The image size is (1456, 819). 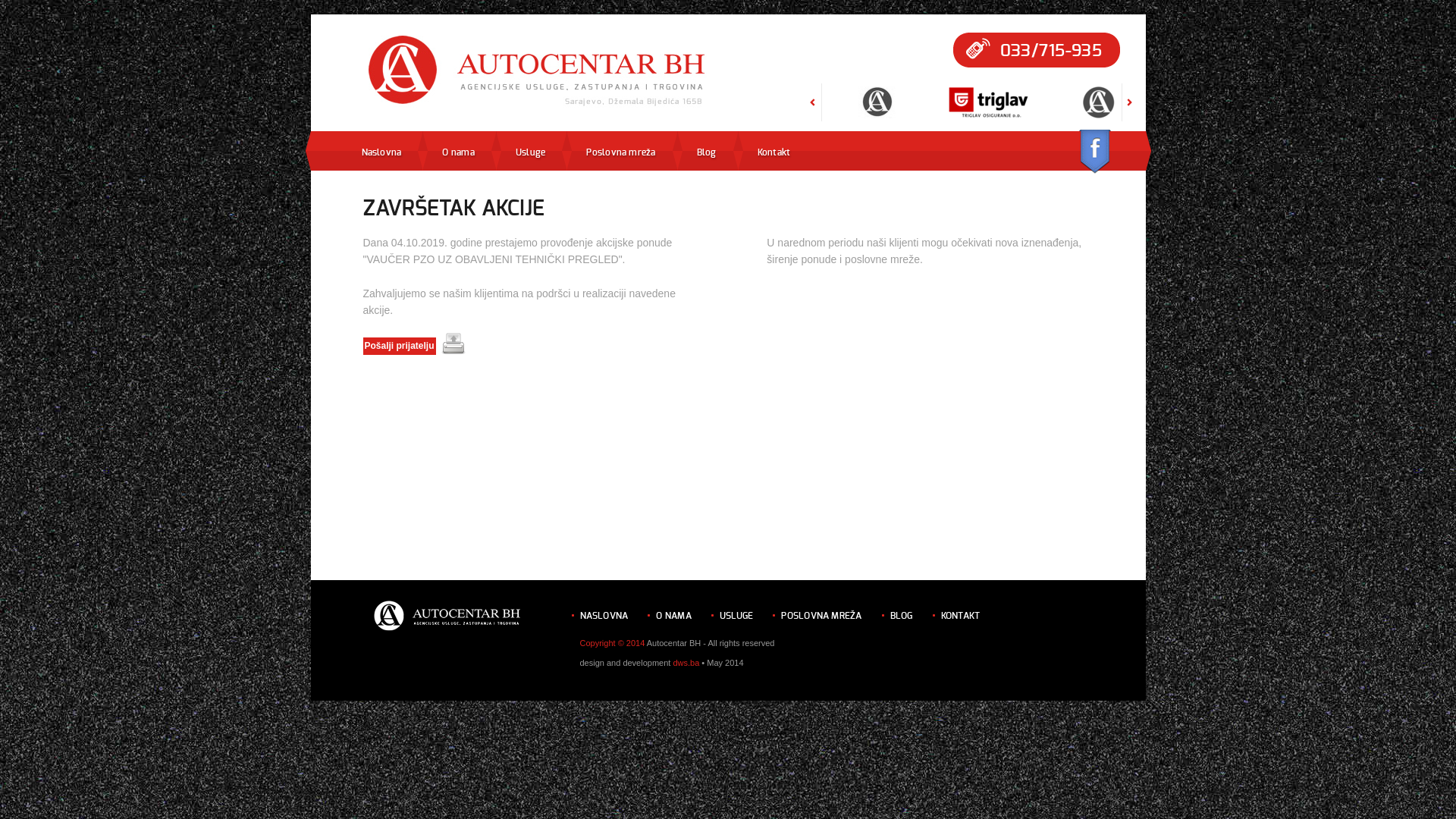 What do you see at coordinates (736, 615) in the screenshot?
I see `'USLUGE'` at bounding box center [736, 615].